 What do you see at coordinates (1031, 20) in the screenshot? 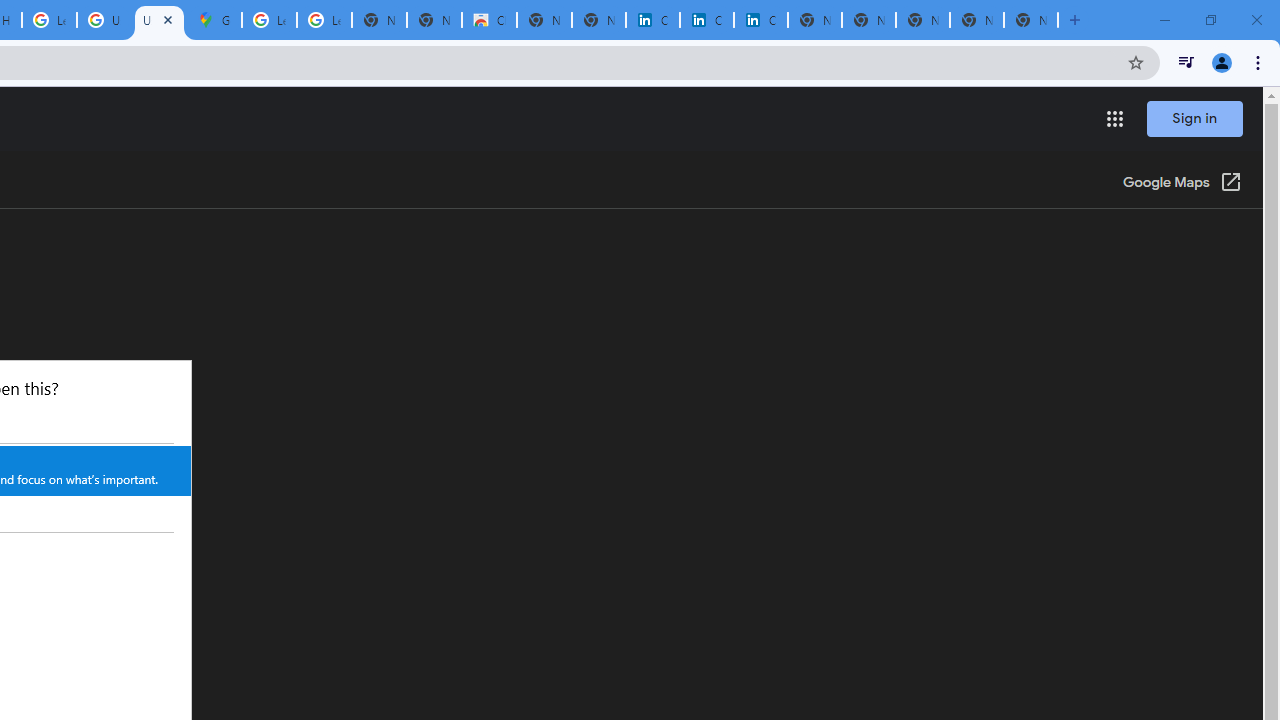
I see `'New Tab'` at bounding box center [1031, 20].